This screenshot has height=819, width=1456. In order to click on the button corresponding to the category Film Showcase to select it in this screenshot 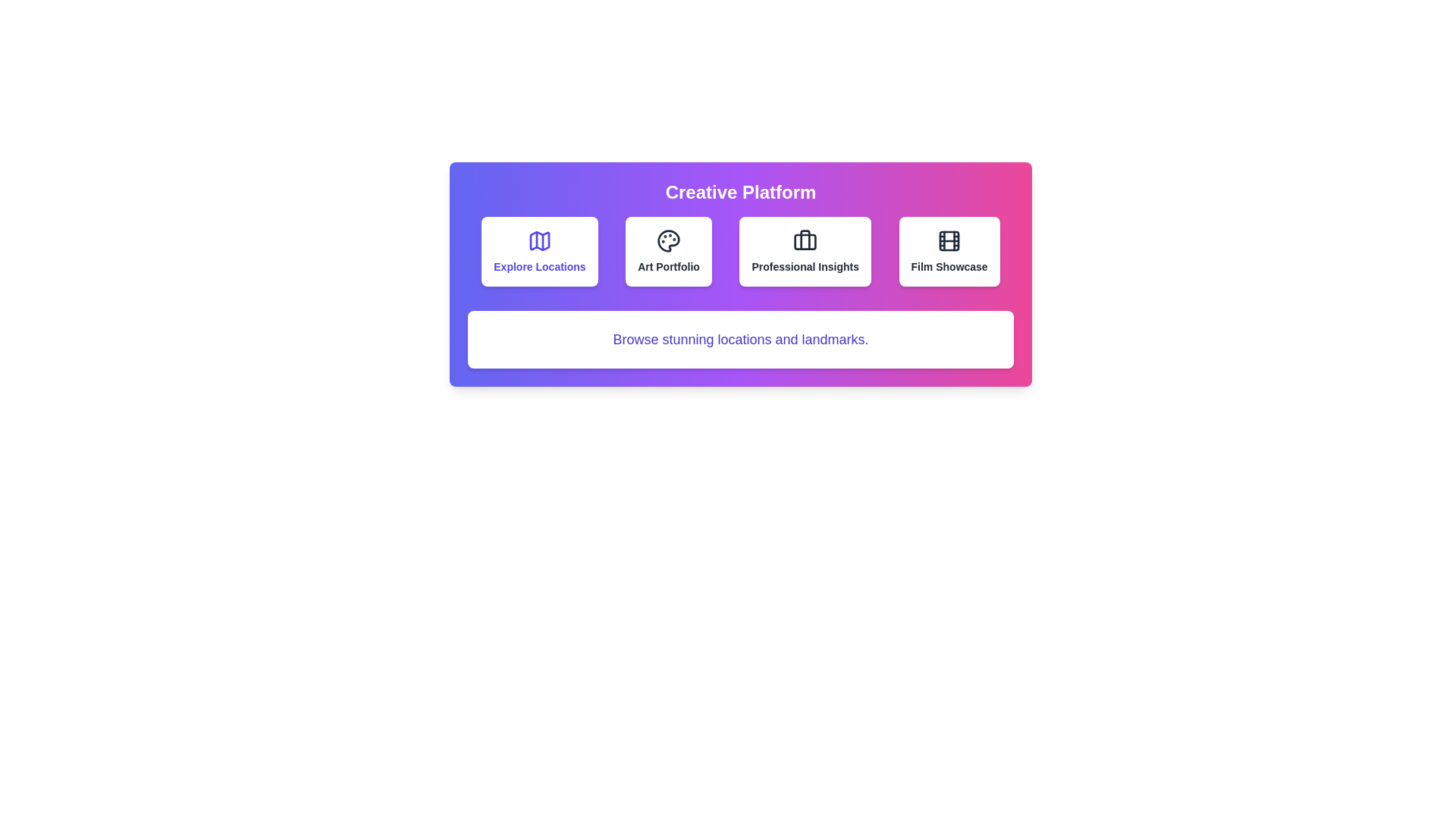, I will do `click(949, 250)`.